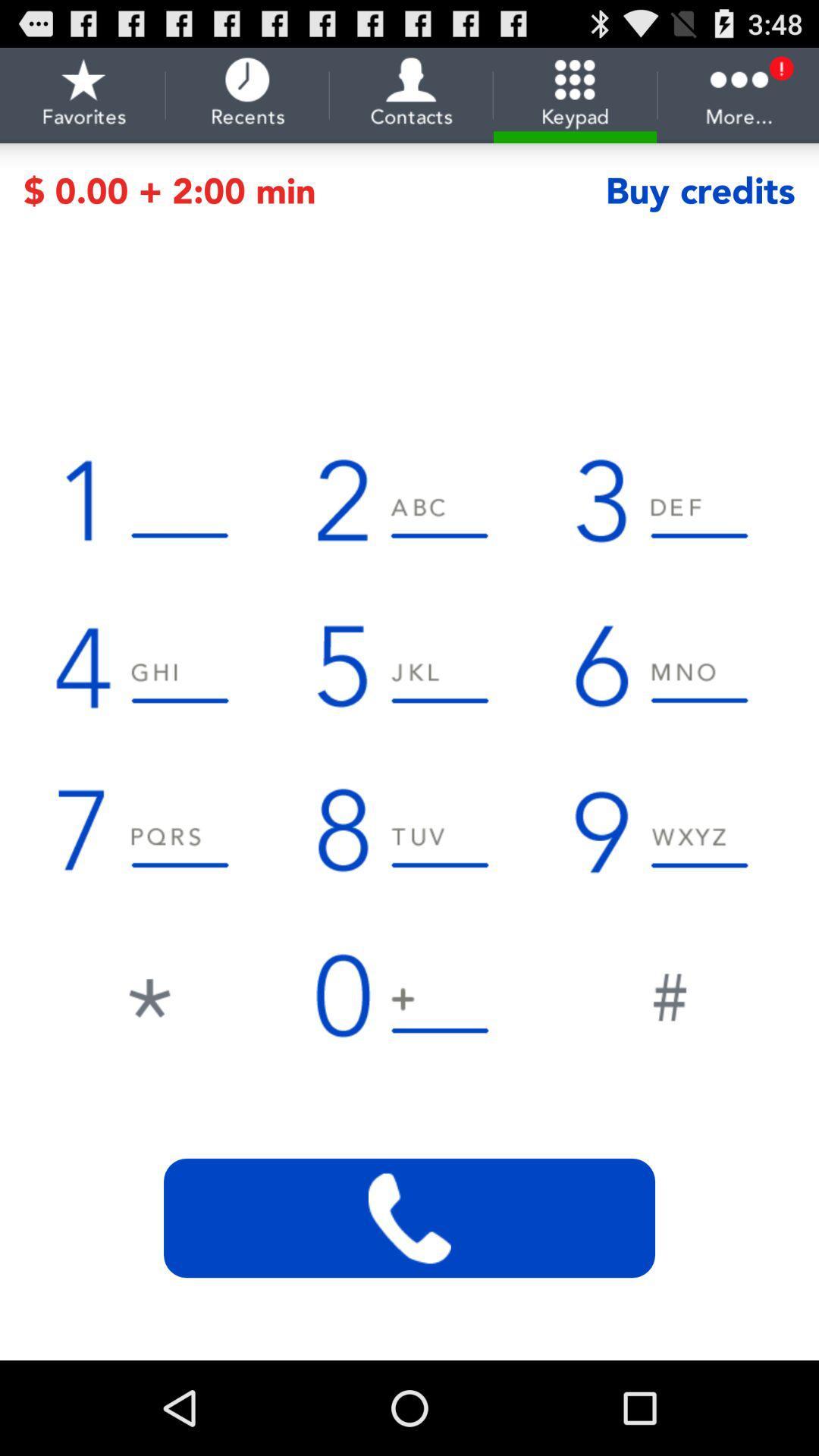 The width and height of the screenshot is (819, 1456). What do you see at coordinates (700, 190) in the screenshot?
I see `the item to the right of the 0 00 2` at bounding box center [700, 190].